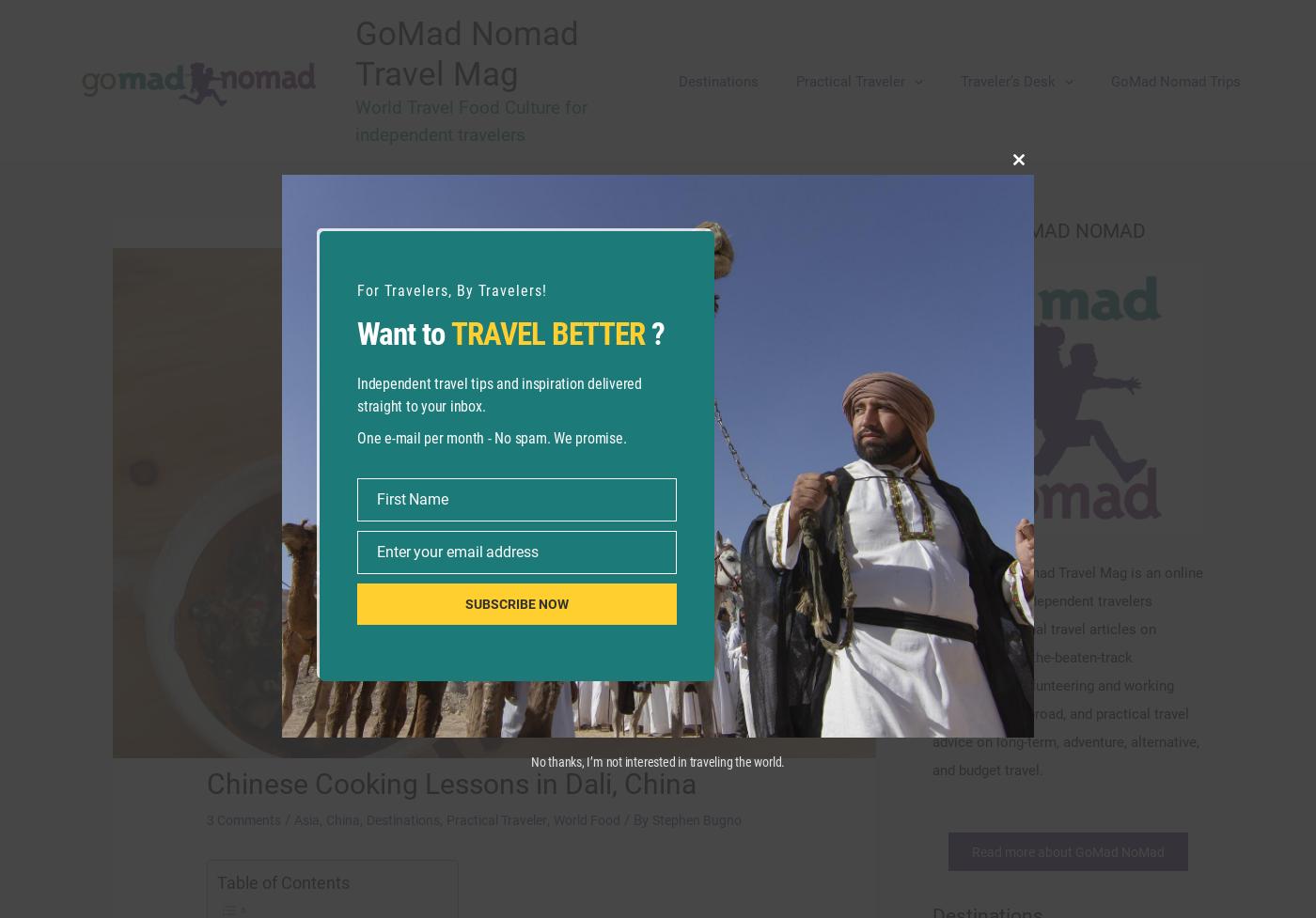 The height and width of the screenshot is (918, 1316). What do you see at coordinates (490, 120) in the screenshot?
I see `'World Travel Food Culture for independent travelers'` at bounding box center [490, 120].